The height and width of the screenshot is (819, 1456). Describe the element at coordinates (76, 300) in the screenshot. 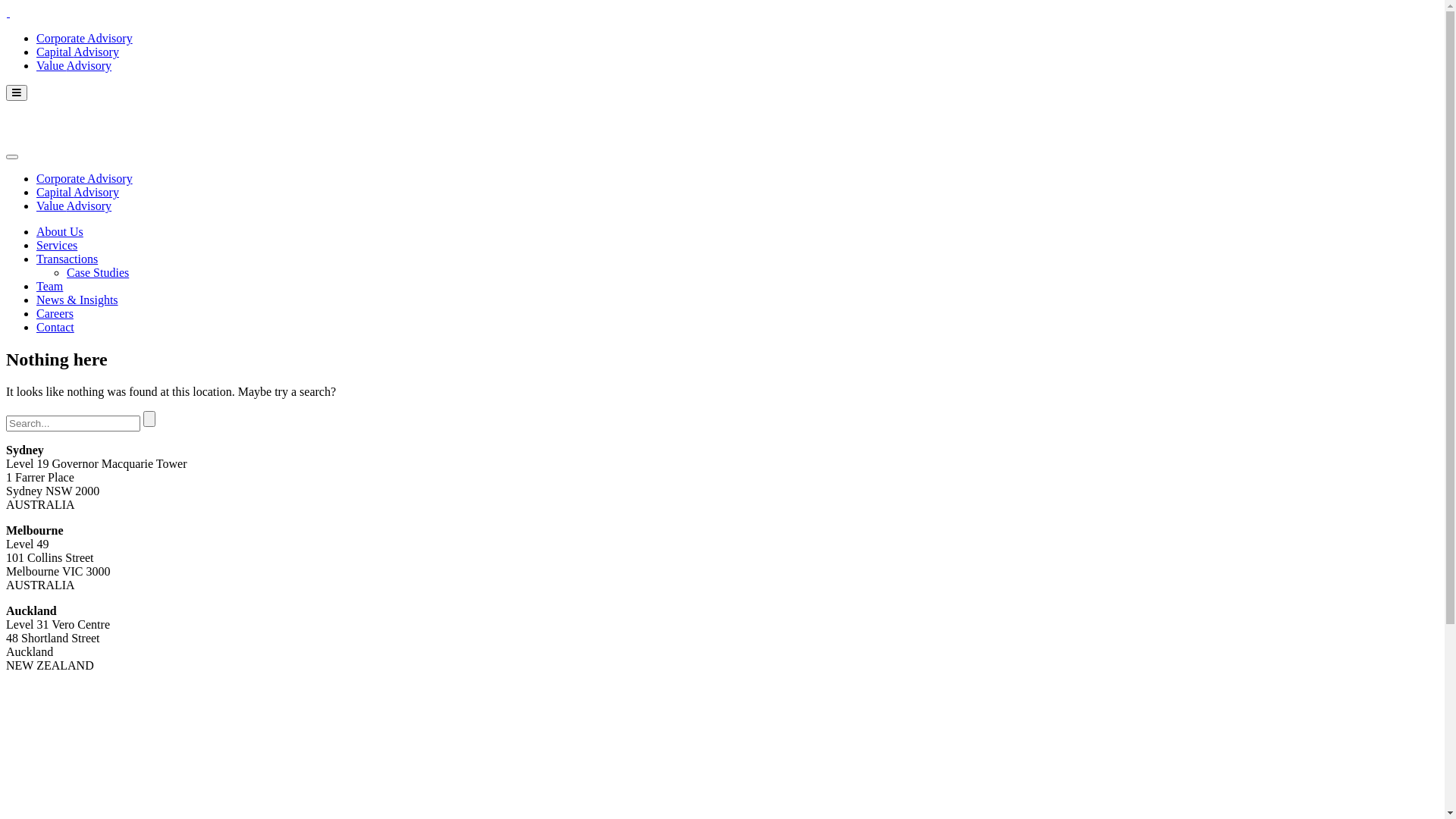

I see `'News & Insights'` at that location.